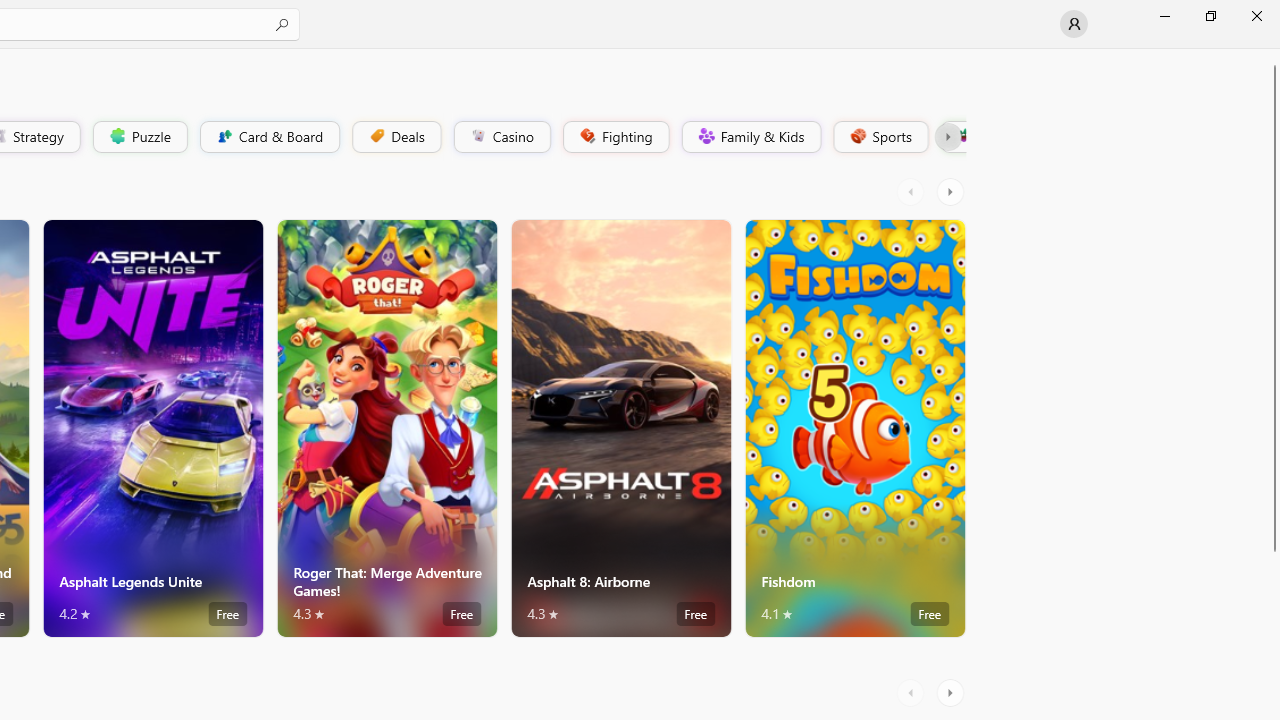 This screenshot has width=1280, height=720. What do you see at coordinates (946, 135) in the screenshot?
I see `'Class: Button'` at bounding box center [946, 135].